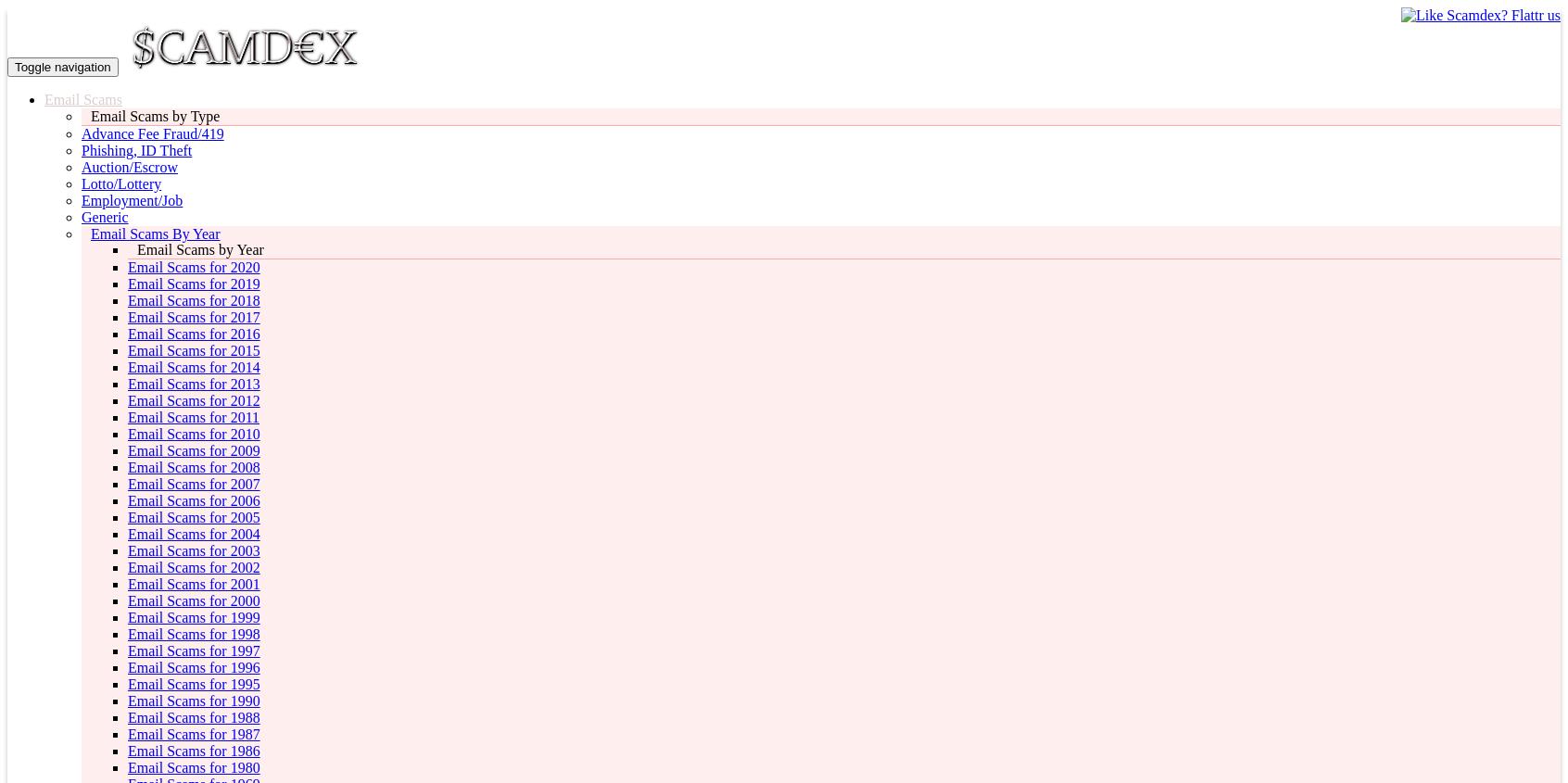  What do you see at coordinates (128, 434) in the screenshot?
I see `'Email Scams for 2010'` at bounding box center [128, 434].